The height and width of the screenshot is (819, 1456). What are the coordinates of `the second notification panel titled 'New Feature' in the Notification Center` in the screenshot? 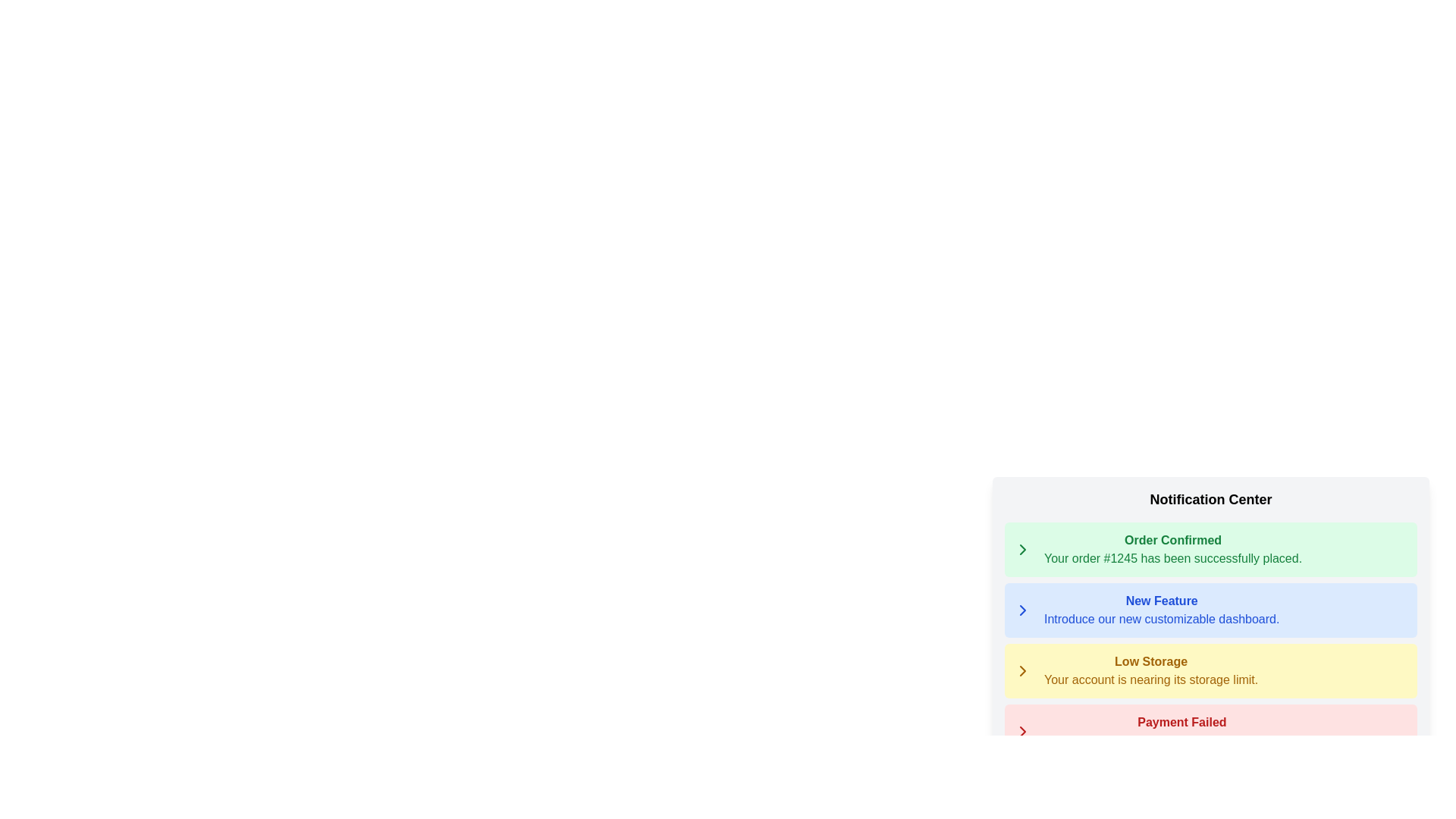 It's located at (1210, 581).